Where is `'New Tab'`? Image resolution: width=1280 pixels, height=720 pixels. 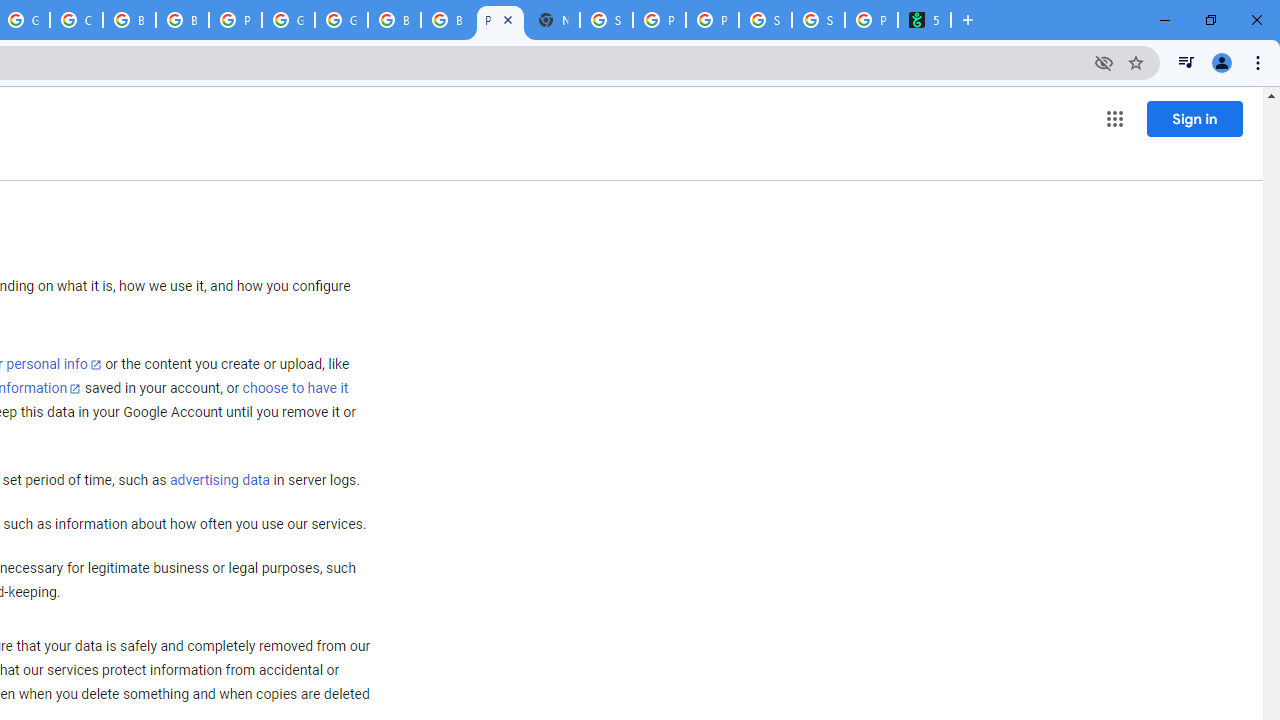 'New Tab' is located at coordinates (553, 20).